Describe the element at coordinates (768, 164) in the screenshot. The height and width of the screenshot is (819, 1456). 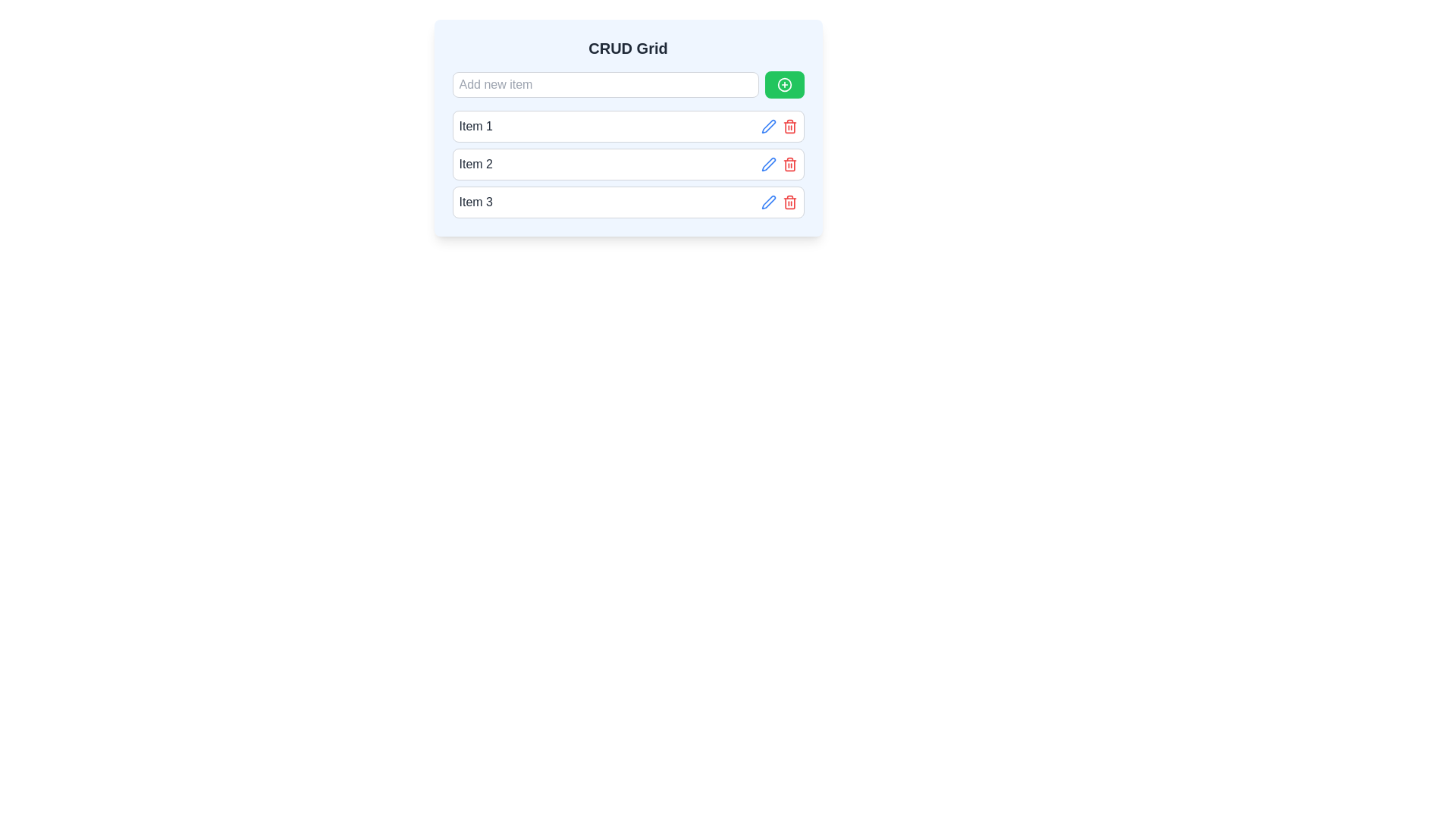
I see `the edit icon (pen symbol) located in the second row of the CRUD grid layout` at that location.